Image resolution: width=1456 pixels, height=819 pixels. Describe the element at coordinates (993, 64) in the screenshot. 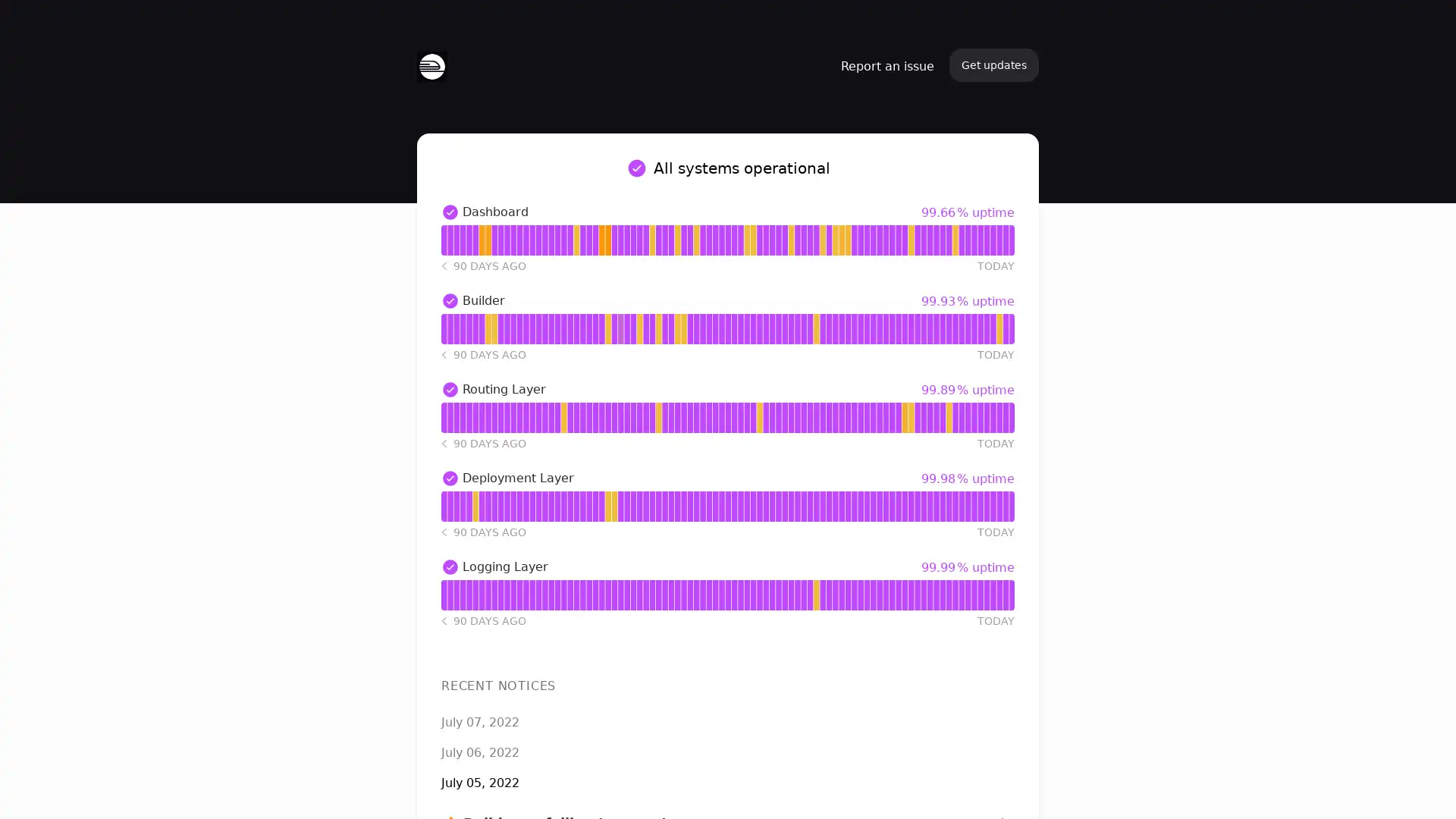

I see `Get updates` at that location.